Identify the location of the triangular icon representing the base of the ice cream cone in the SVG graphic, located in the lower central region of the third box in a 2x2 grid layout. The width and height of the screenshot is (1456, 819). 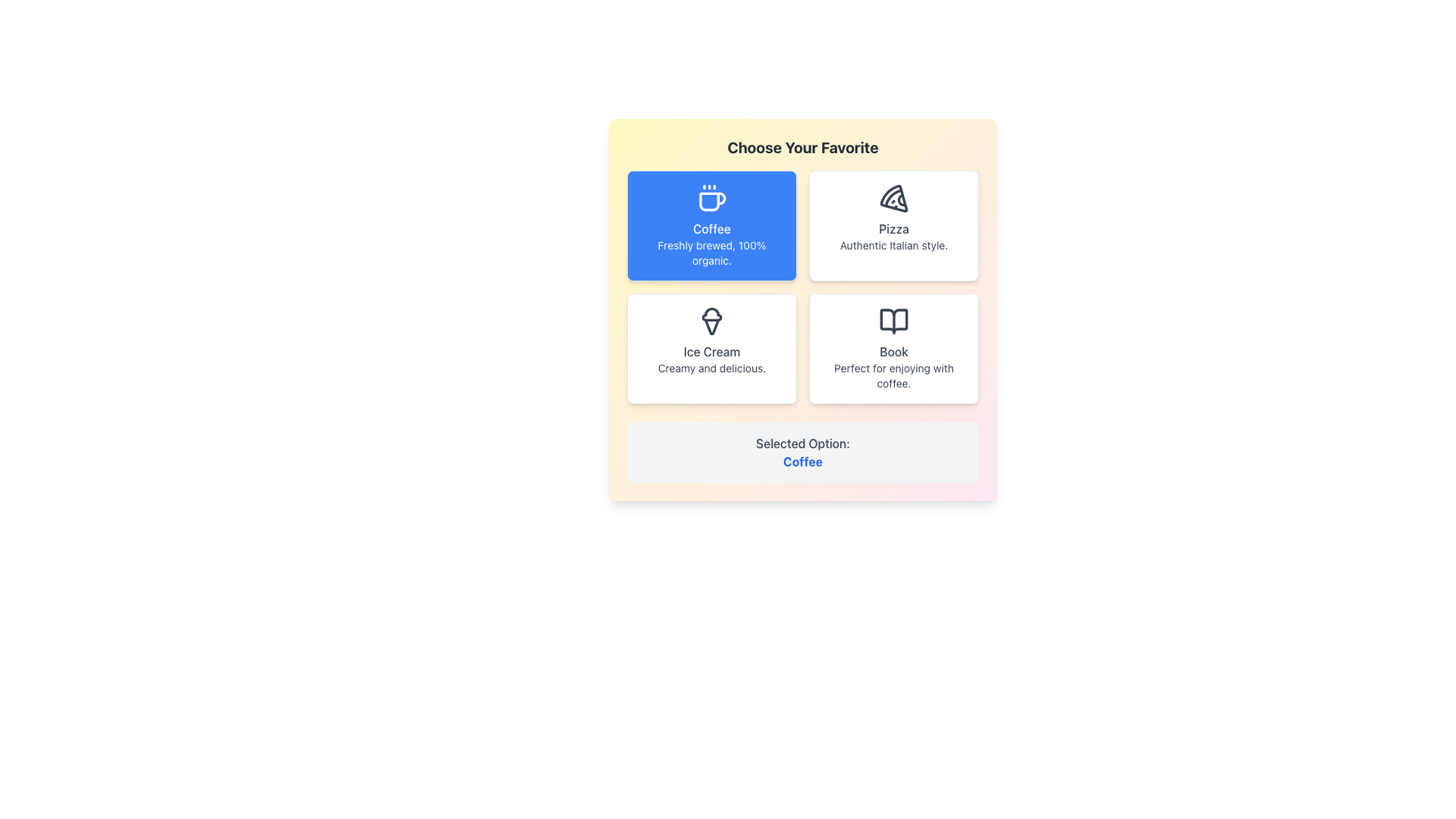
(711, 326).